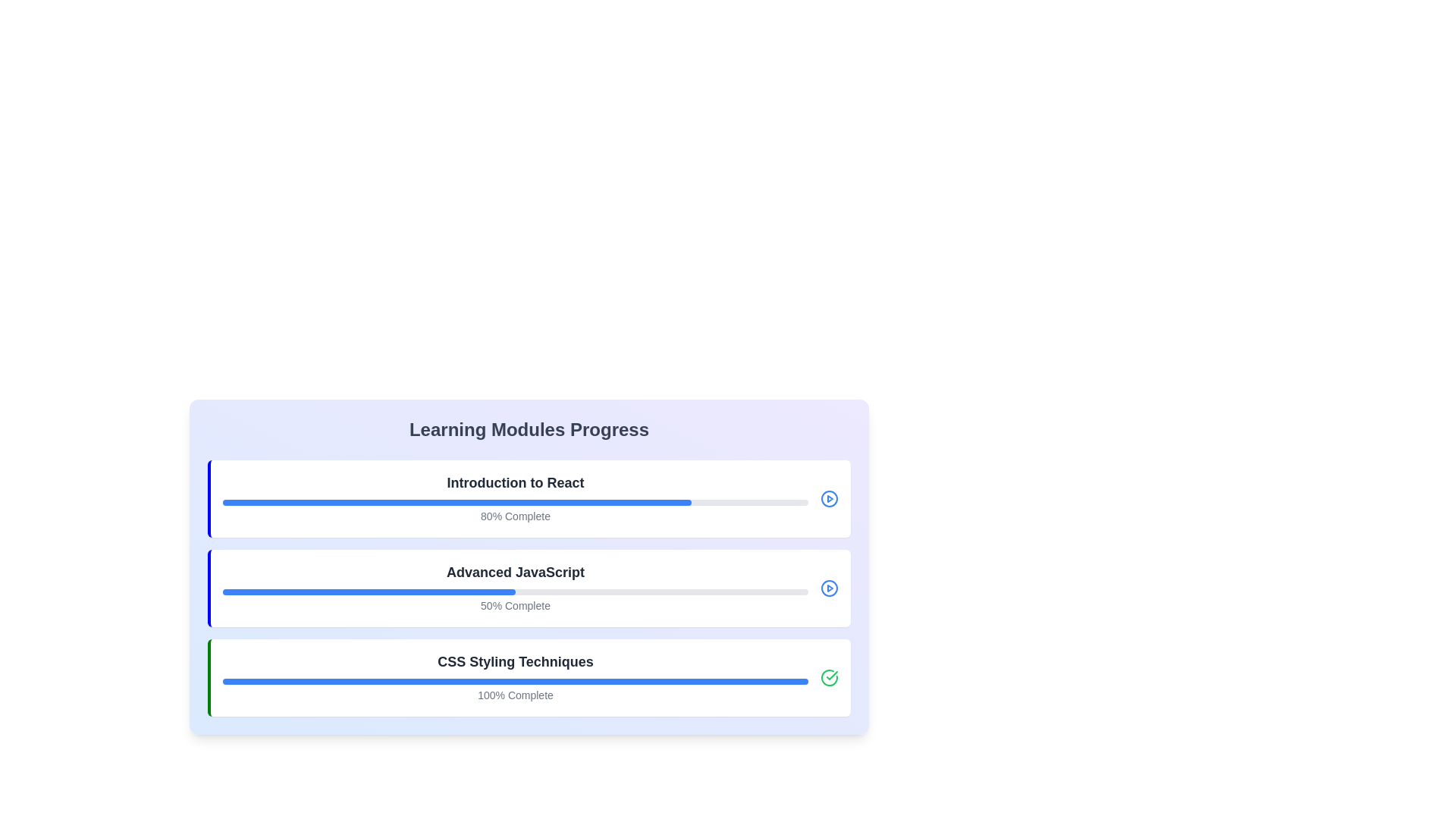 This screenshot has width=1456, height=819. What do you see at coordinates (829, 677) in the screenshot?
I see `the completion icon located in the bottom-right corner of the 'CSS Styling Techniques' section, next to the progress bar, indicating the final stage of progress` at bounding box center [829, 677].